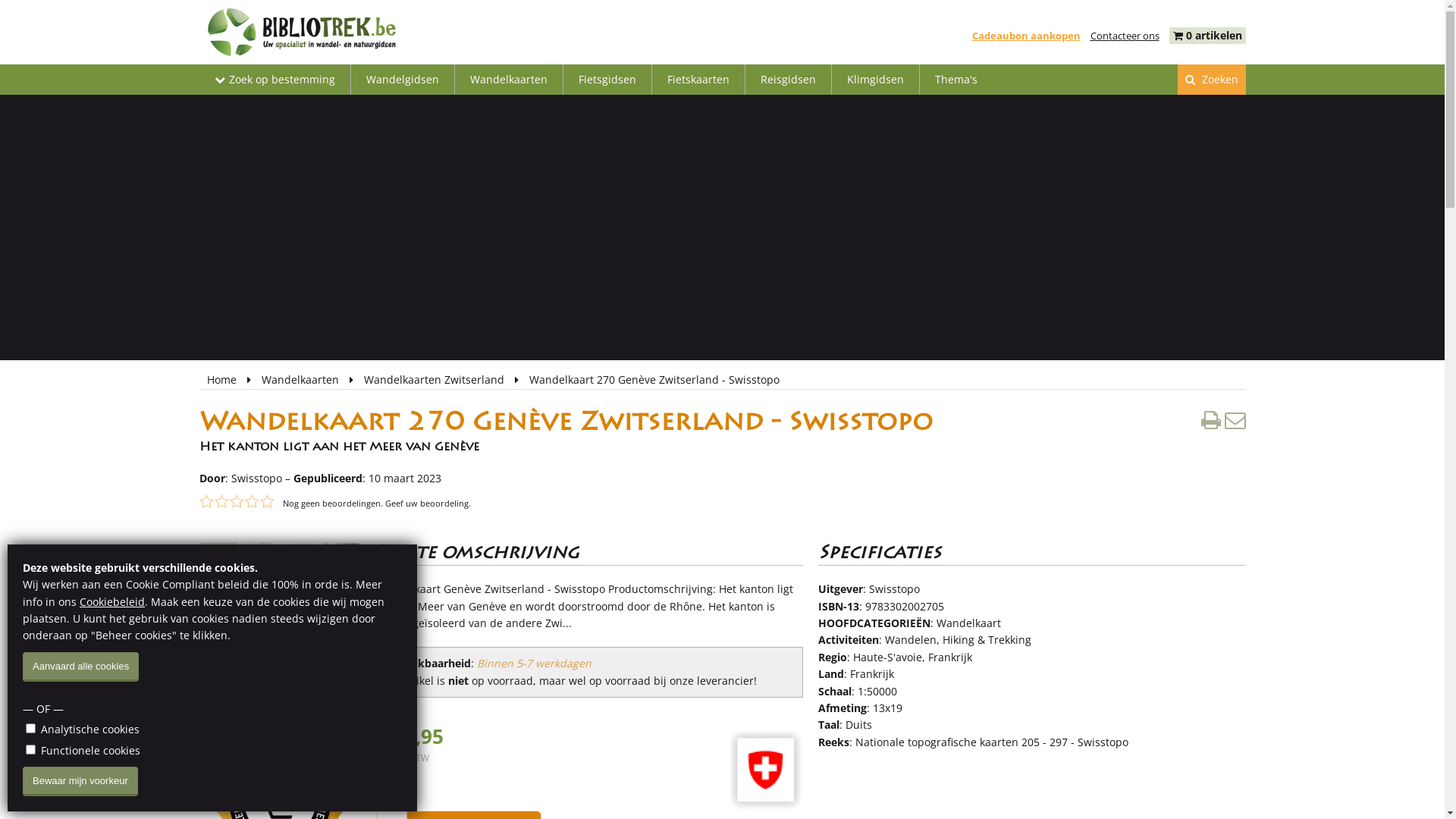 This screenshot has width=1456, height=819. I want to click on 'Zoek op bestemming', so click(274, 79).